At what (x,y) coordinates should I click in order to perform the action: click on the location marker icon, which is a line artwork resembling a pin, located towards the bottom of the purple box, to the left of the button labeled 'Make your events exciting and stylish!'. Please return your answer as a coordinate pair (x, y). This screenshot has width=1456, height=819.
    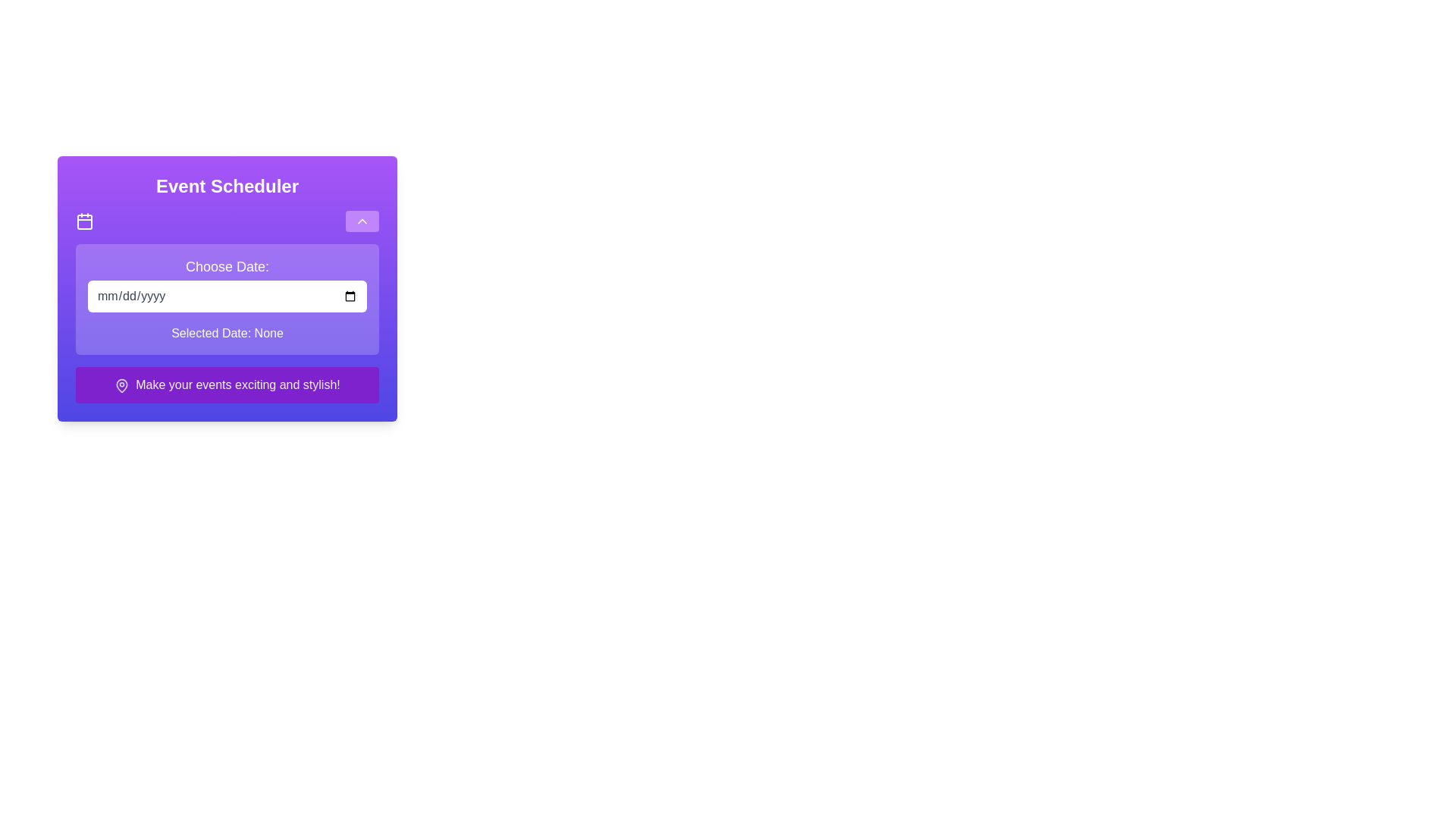
    Looking at the image, I should click on (122, 384).